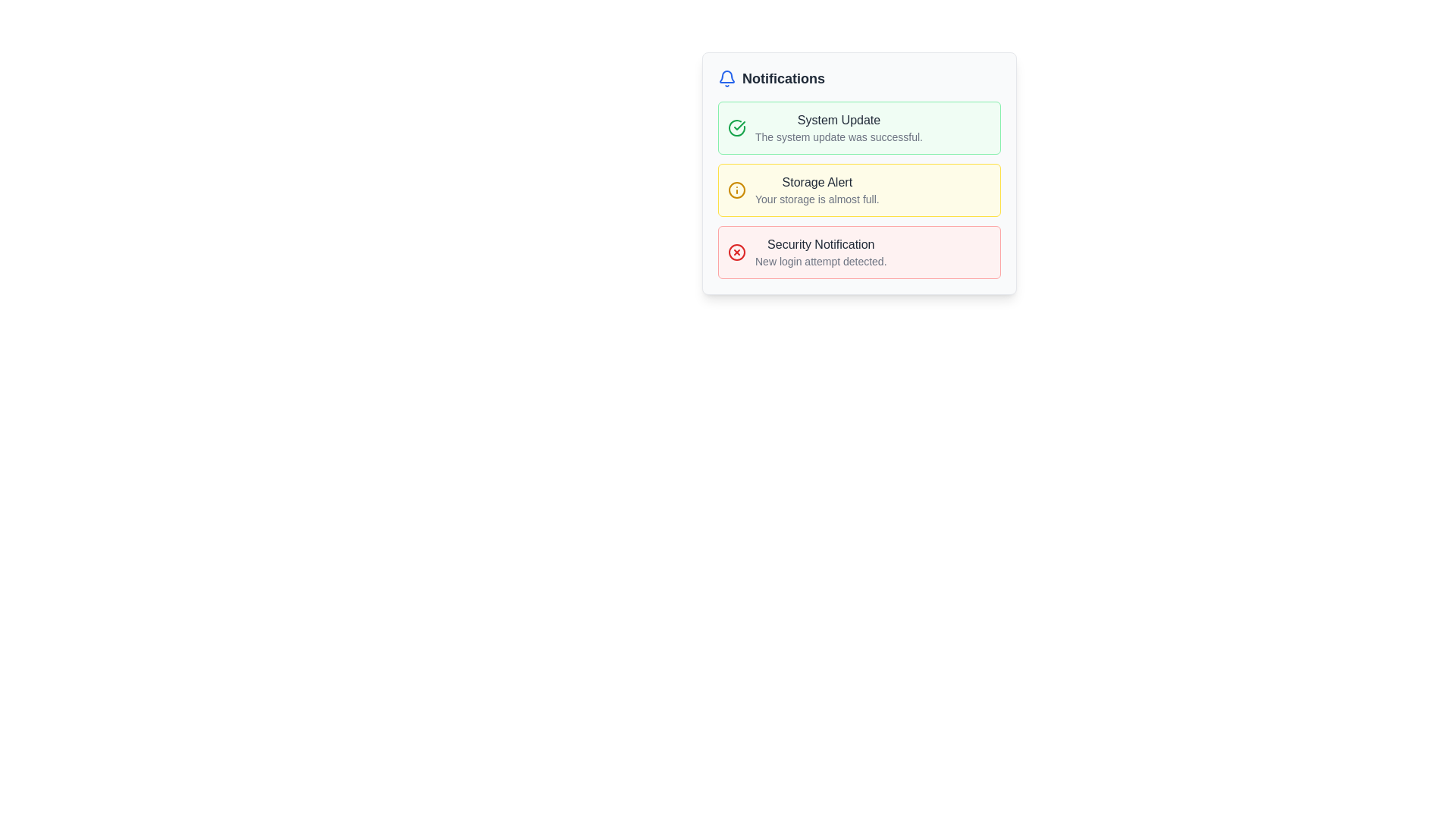 The width and height of the screenshot is (1456, 819). I want to click on the storage alert by clicking on the notification card indicating that the storage is nearly full, located as the second card in a vertical stack of three notifications, so click(859, 172).